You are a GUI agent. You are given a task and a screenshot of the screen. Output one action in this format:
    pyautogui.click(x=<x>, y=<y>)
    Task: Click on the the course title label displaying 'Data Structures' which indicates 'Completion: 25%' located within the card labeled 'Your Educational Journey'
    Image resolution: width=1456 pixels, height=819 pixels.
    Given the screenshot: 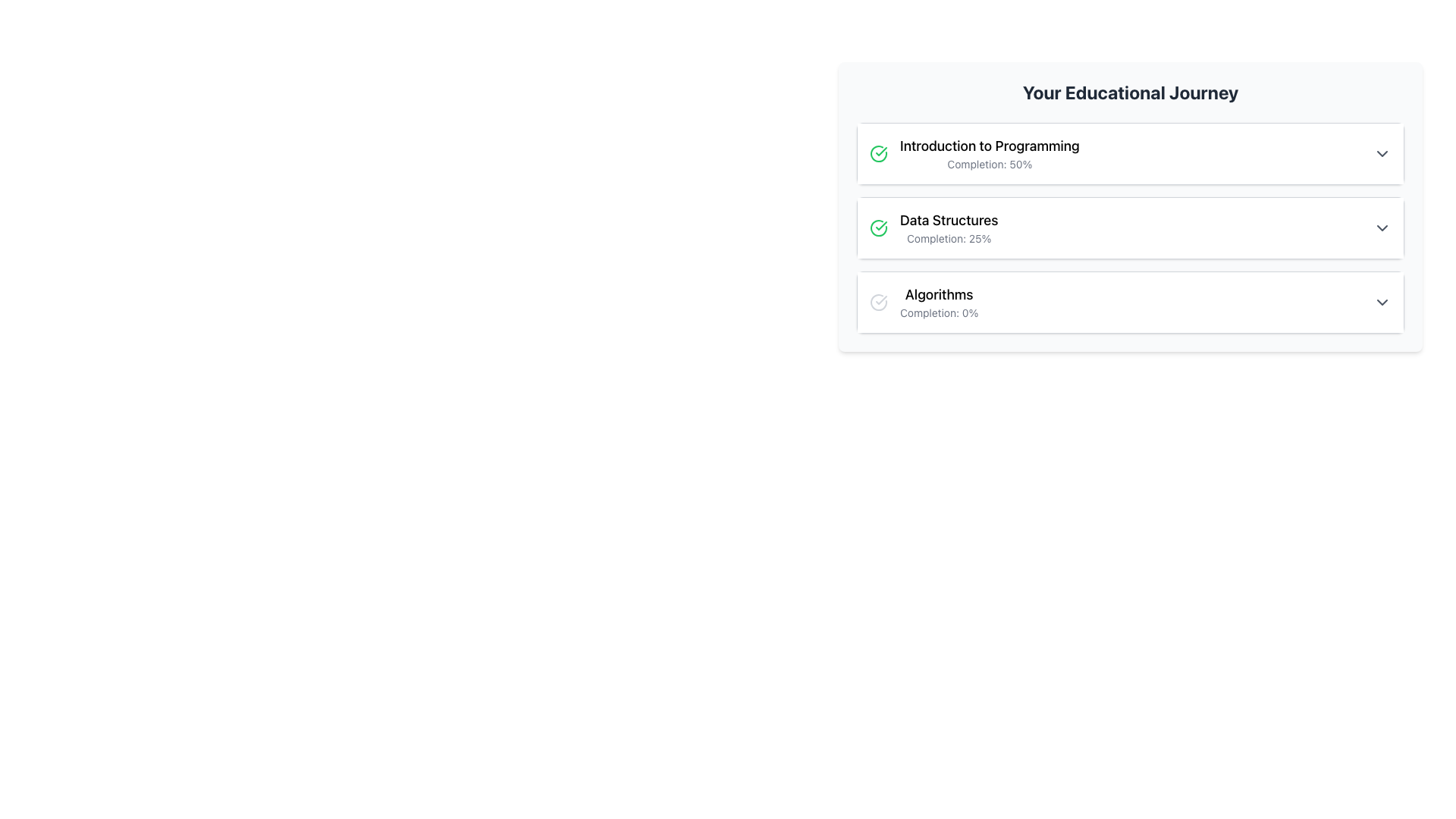 What is the action you would take?
    pyautogui.click(x=948, y=227)
    